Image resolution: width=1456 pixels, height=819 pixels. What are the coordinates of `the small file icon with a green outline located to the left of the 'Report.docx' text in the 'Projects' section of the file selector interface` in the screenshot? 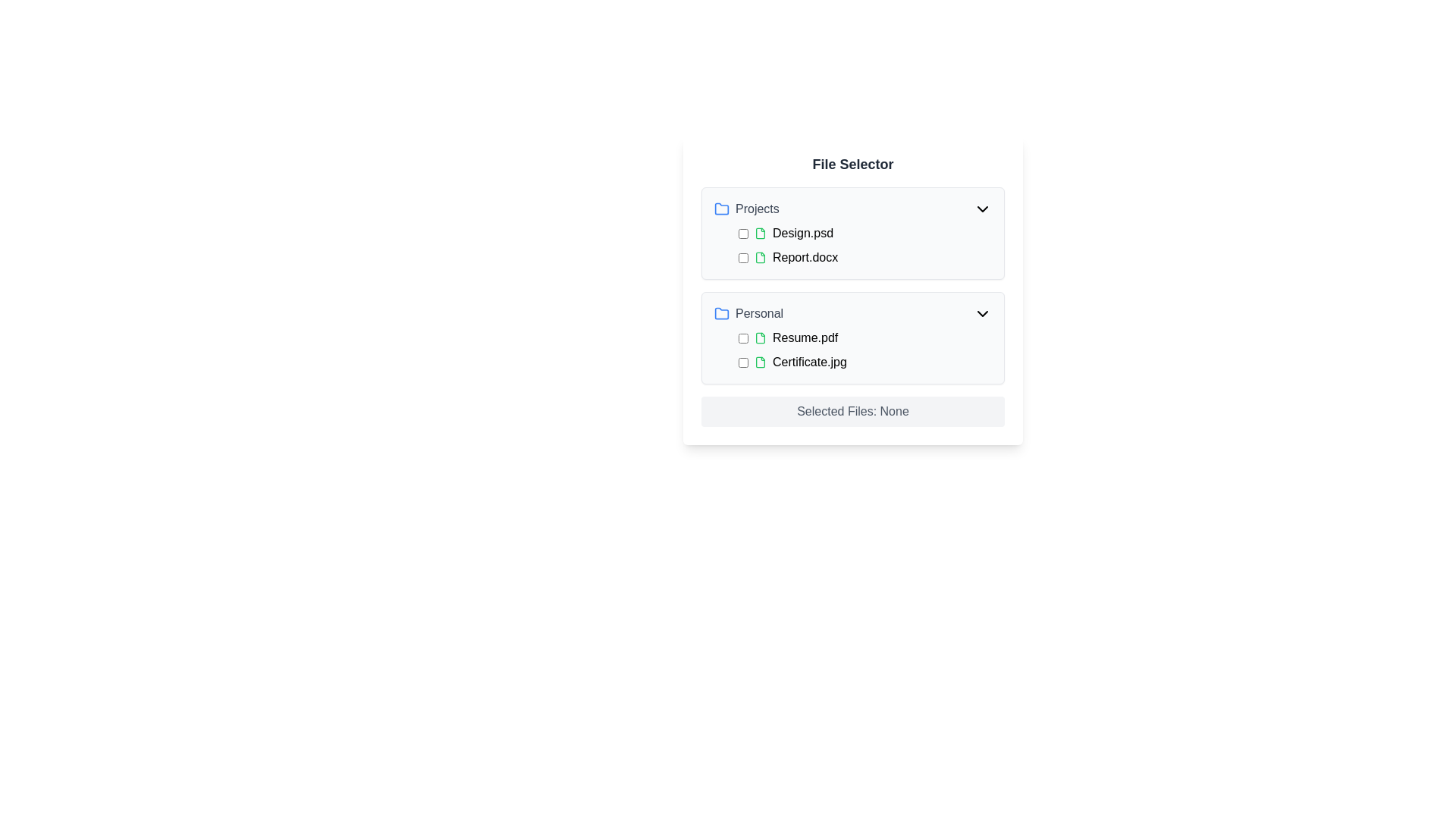 It's located at (761, 256).